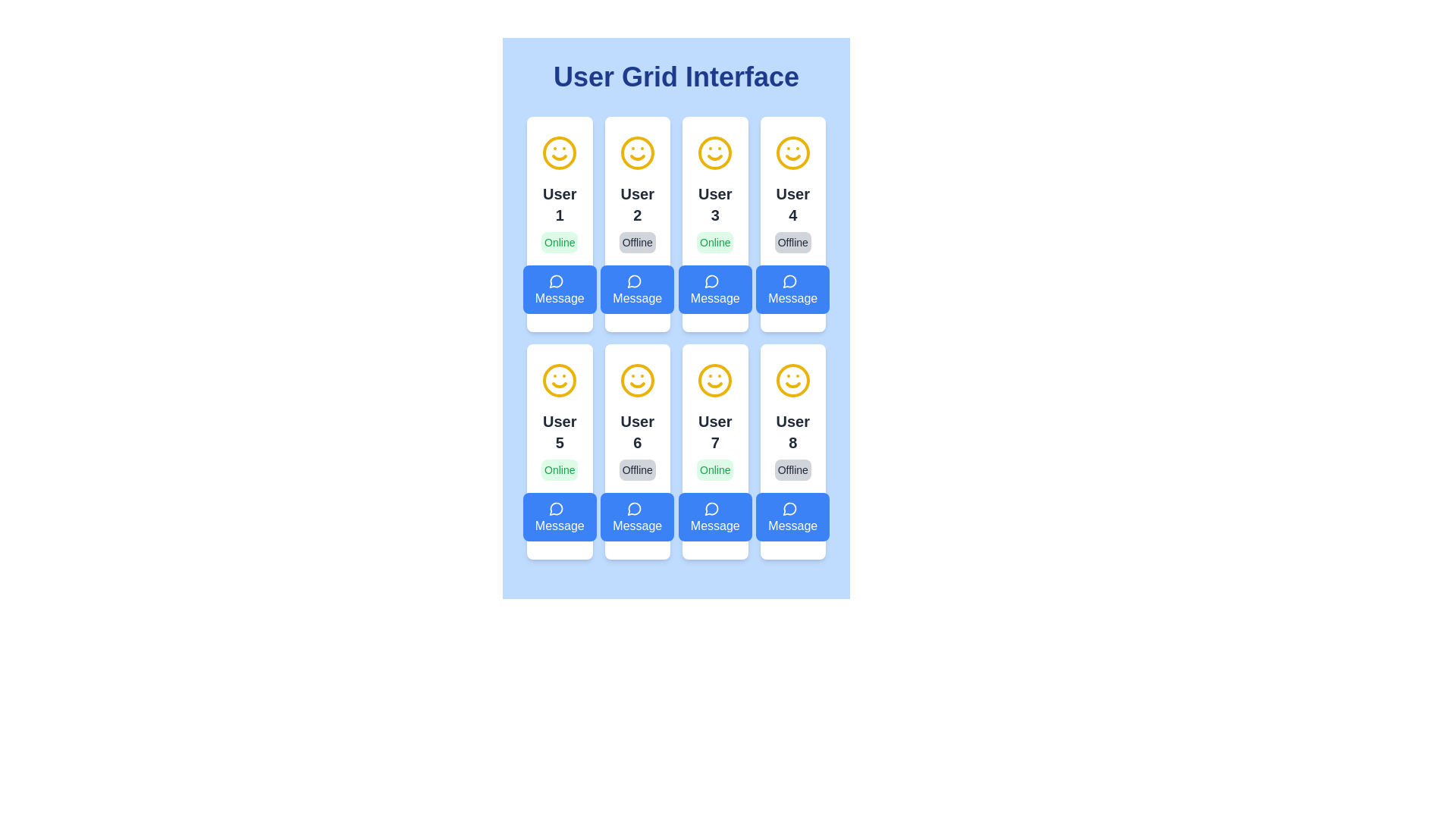 The image size is (1456, 819). Describe the element at coordinates (792, 224) in the screenshot. I see `user status from the Card located at the top-right corner of the grid layout, which represents user-related information and includes a status indicator` at that location.